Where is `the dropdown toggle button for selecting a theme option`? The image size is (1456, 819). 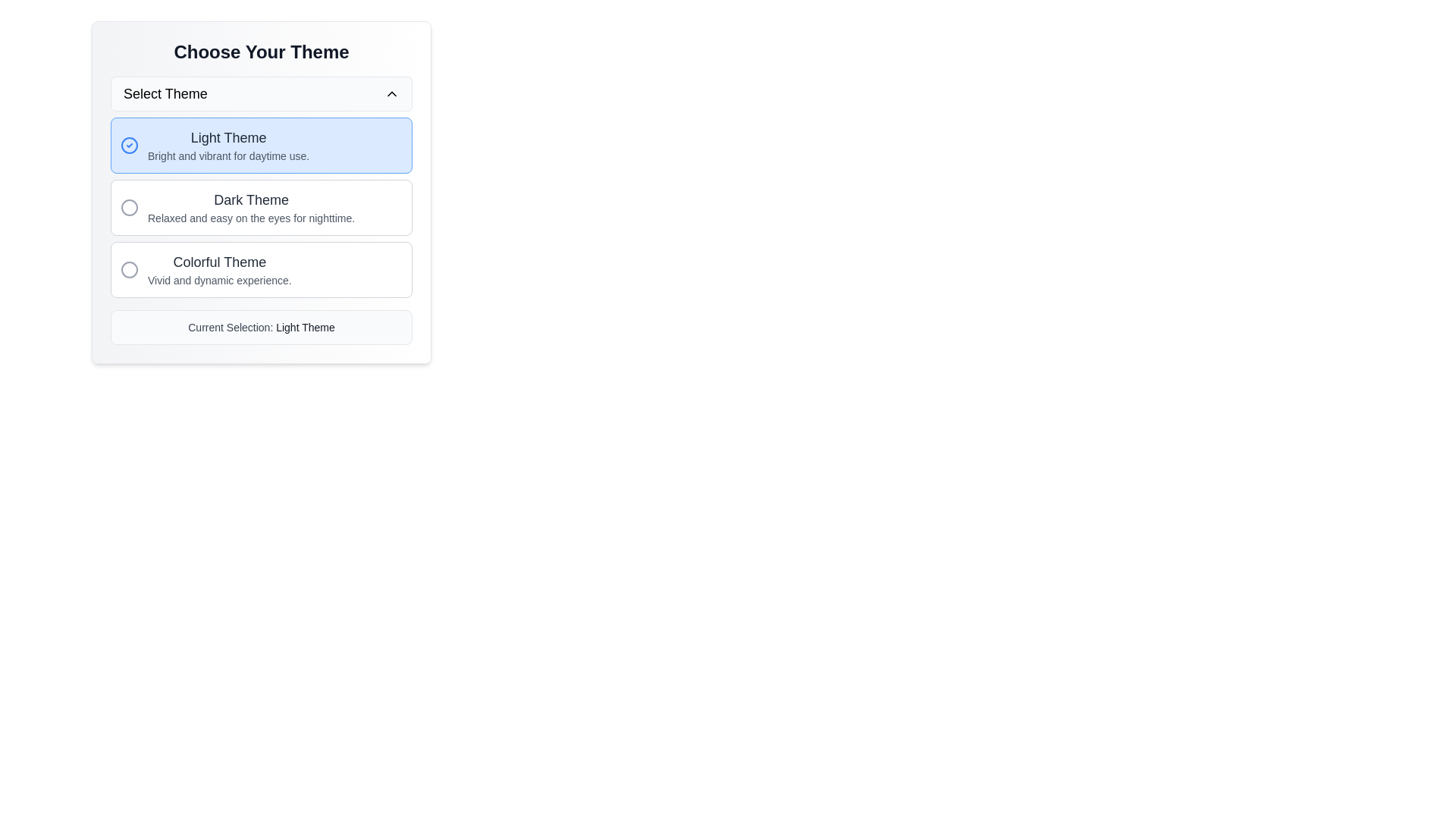
the dropdown toggle button for selecting a theme option is located at coordinates (262, 93).